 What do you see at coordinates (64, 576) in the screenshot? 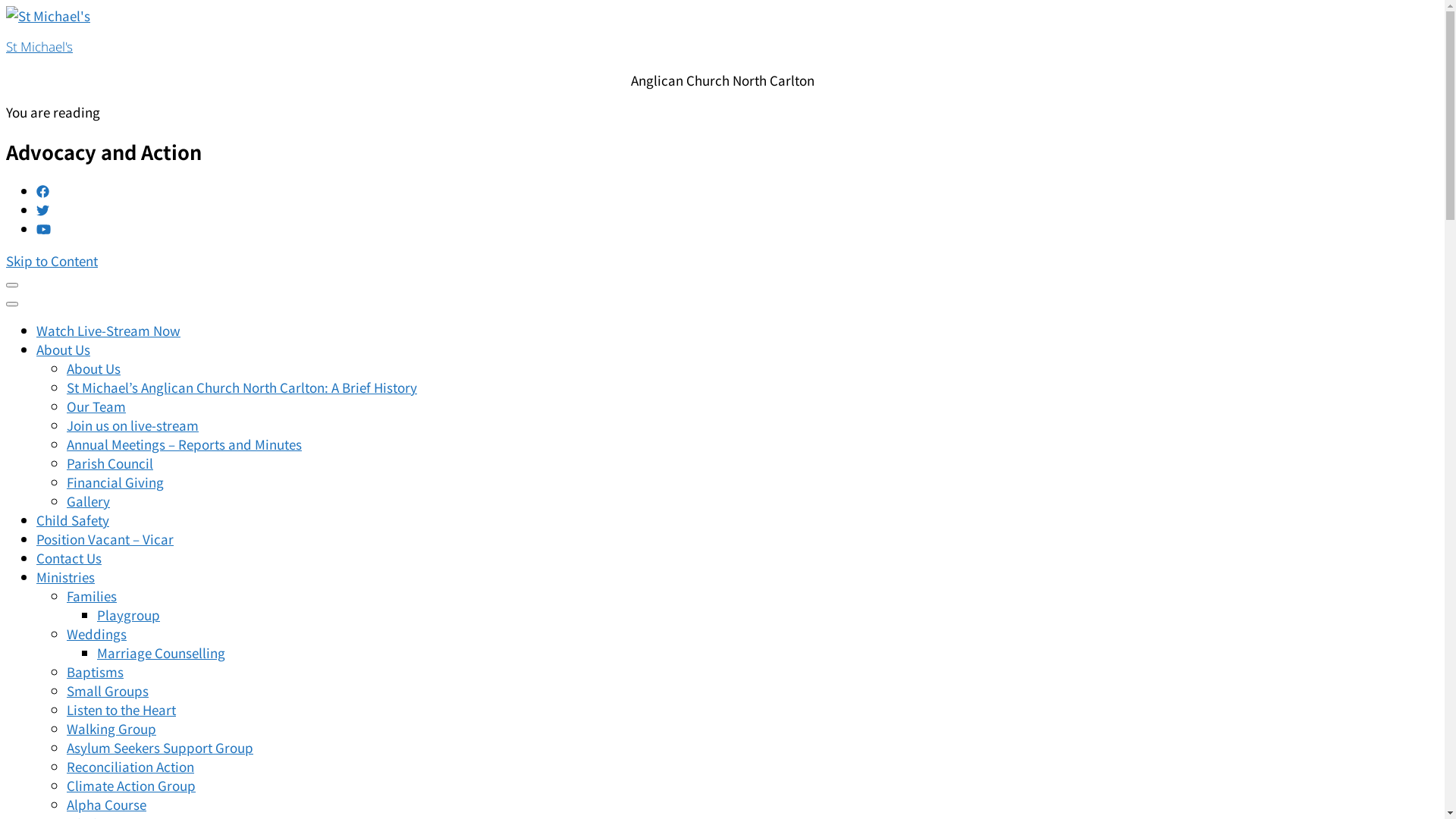
I see `'Ministries'` at bounding box center [64, 576].